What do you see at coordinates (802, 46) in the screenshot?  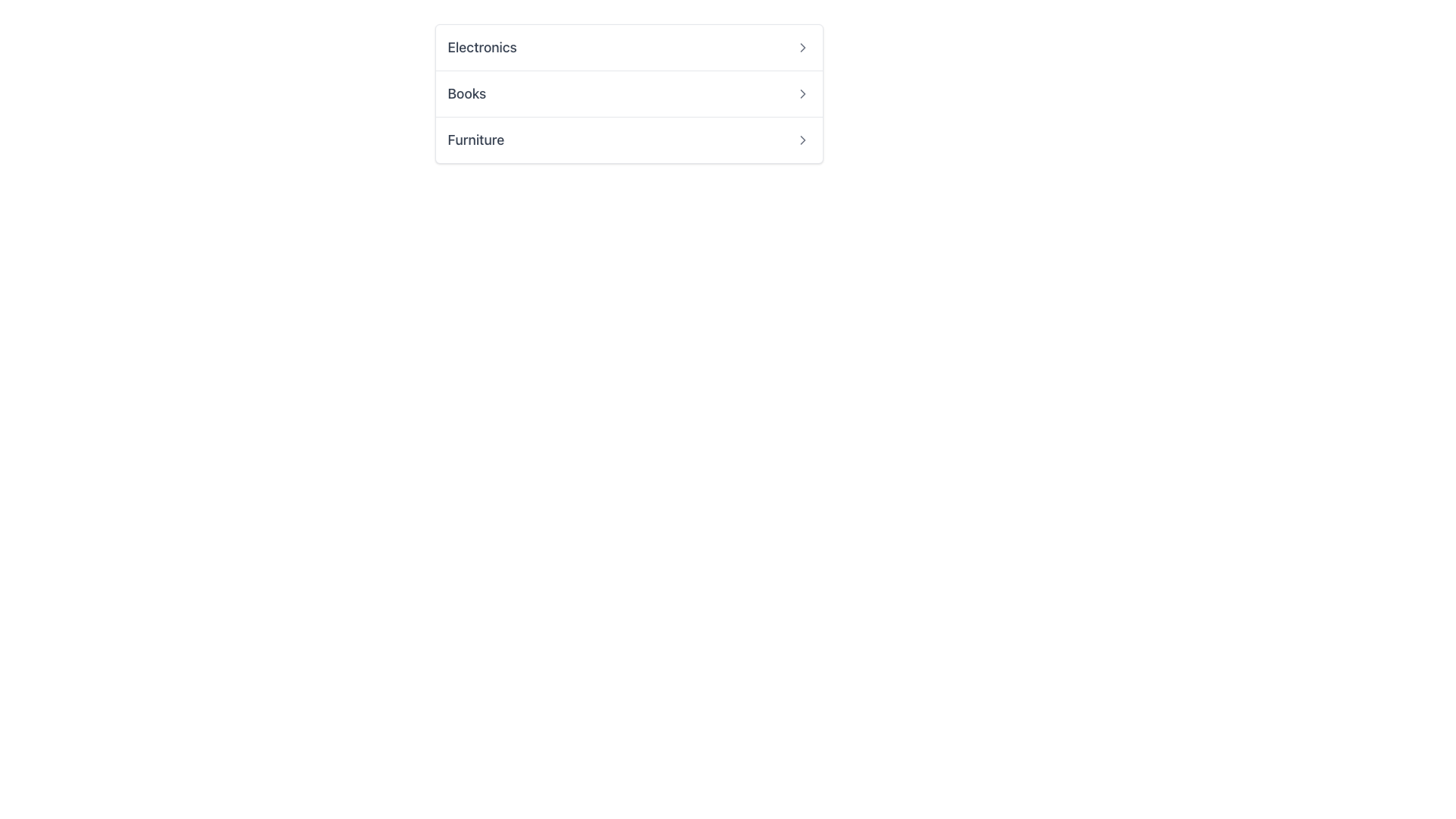 I see `the navigation icon associated with the 'Electronics' list item by moving the cursor to its center` at bounding box center [802, 46].